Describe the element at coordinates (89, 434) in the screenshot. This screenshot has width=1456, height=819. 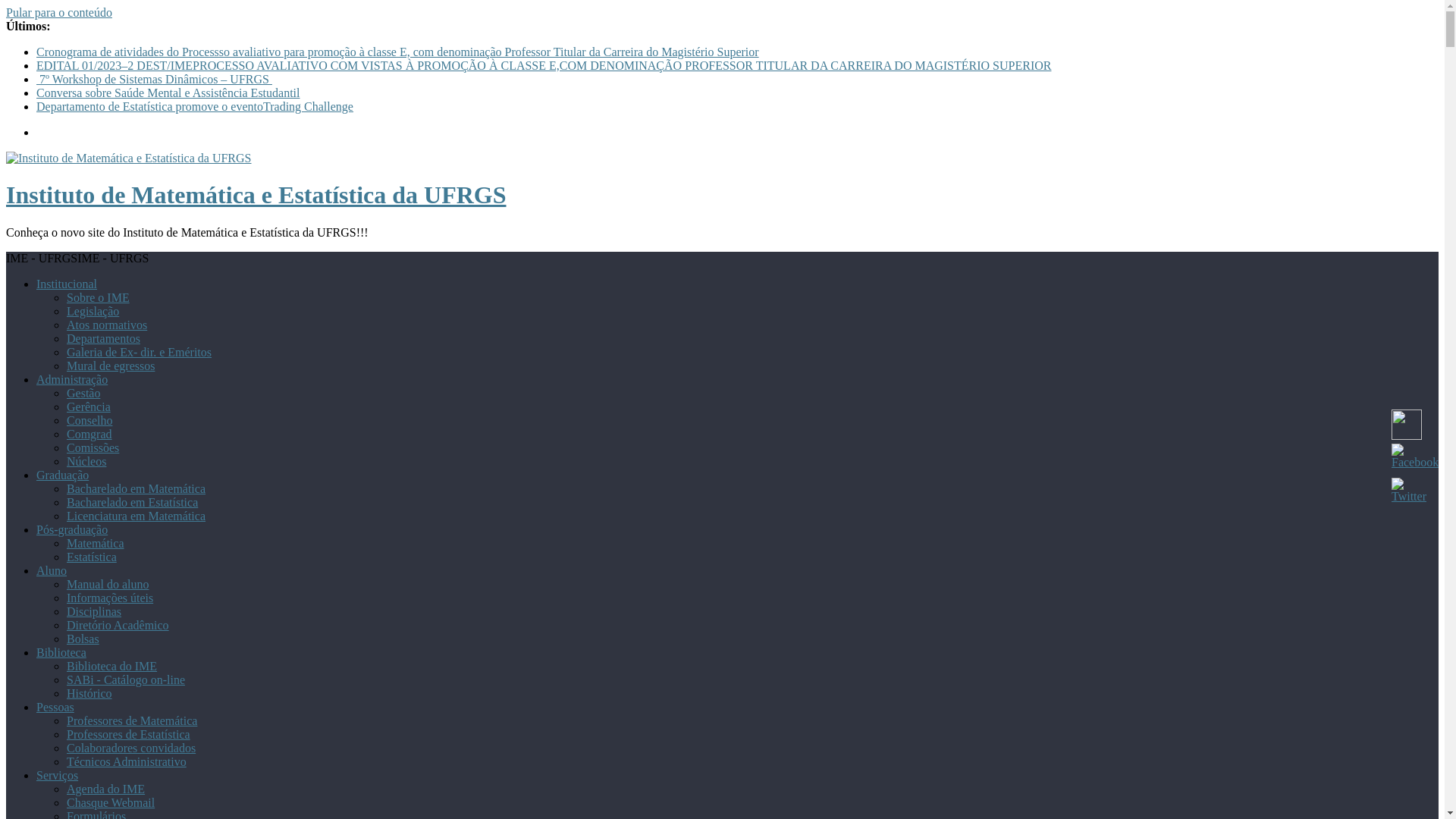
I see `'Comgrad'` at that location.